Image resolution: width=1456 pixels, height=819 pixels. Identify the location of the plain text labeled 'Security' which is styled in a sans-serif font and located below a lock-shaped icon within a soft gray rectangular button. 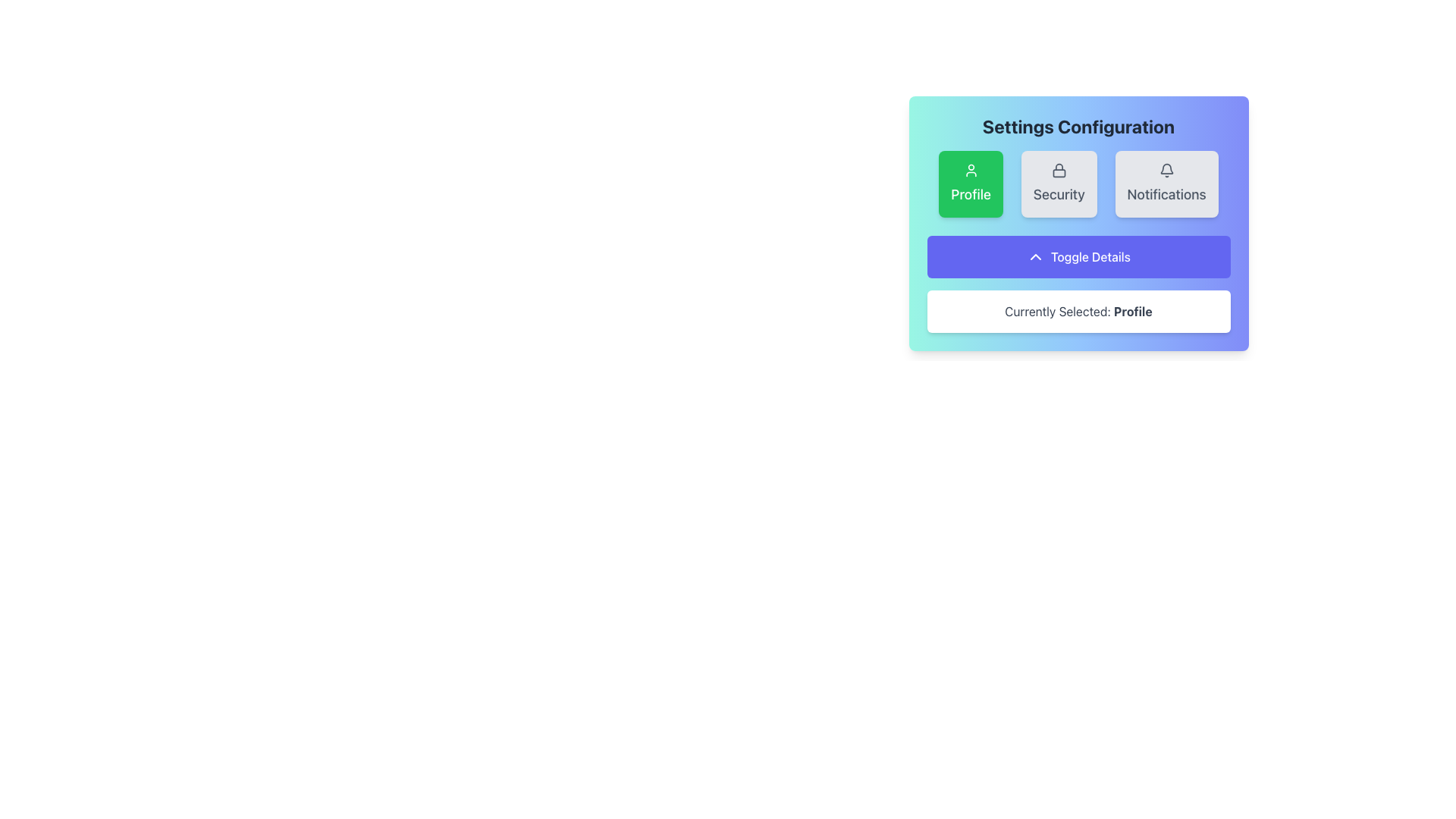
(1058, 194).